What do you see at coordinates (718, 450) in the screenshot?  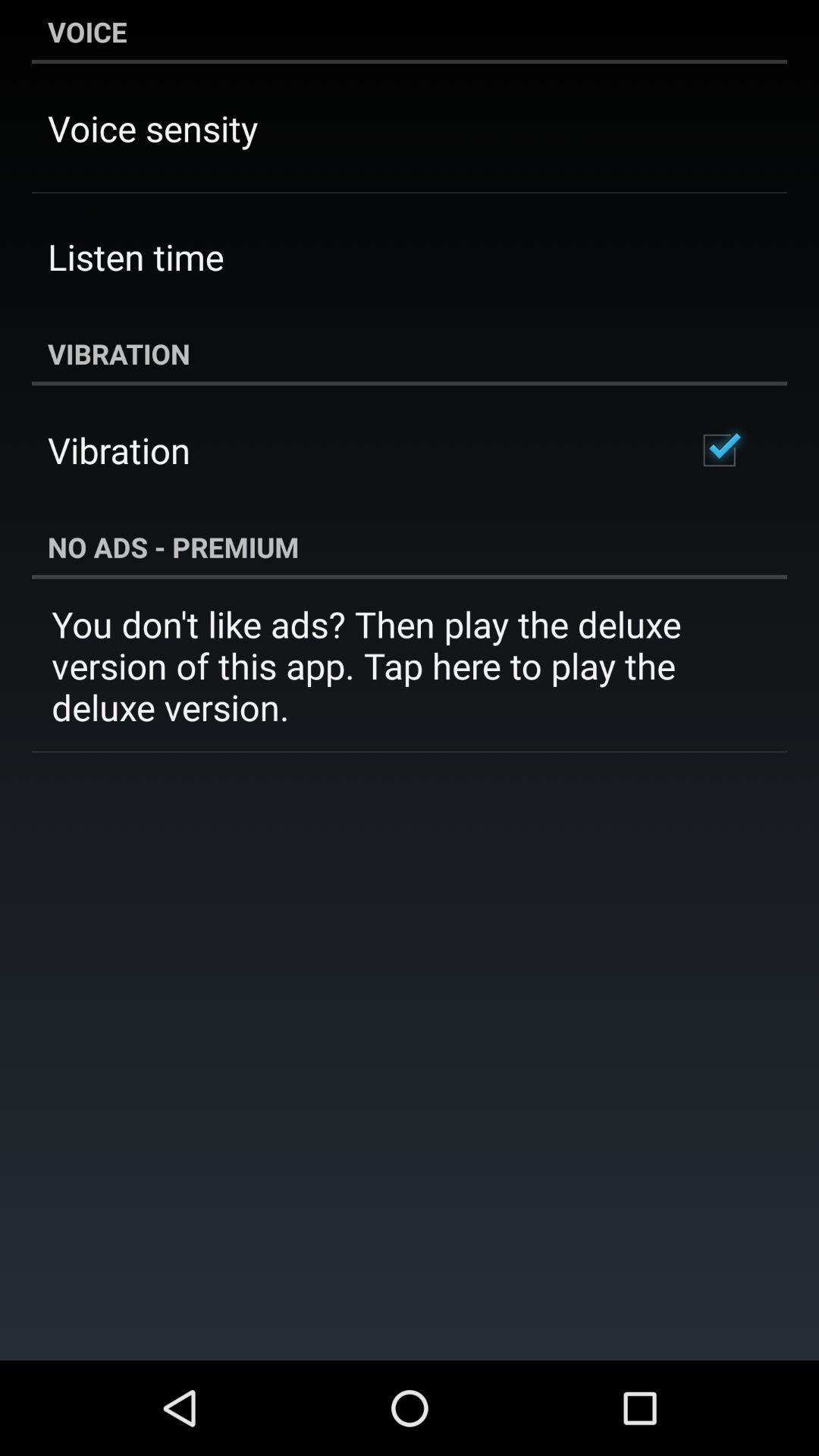 I see `the app next to the vibration item` at bounding box center [718, 450].